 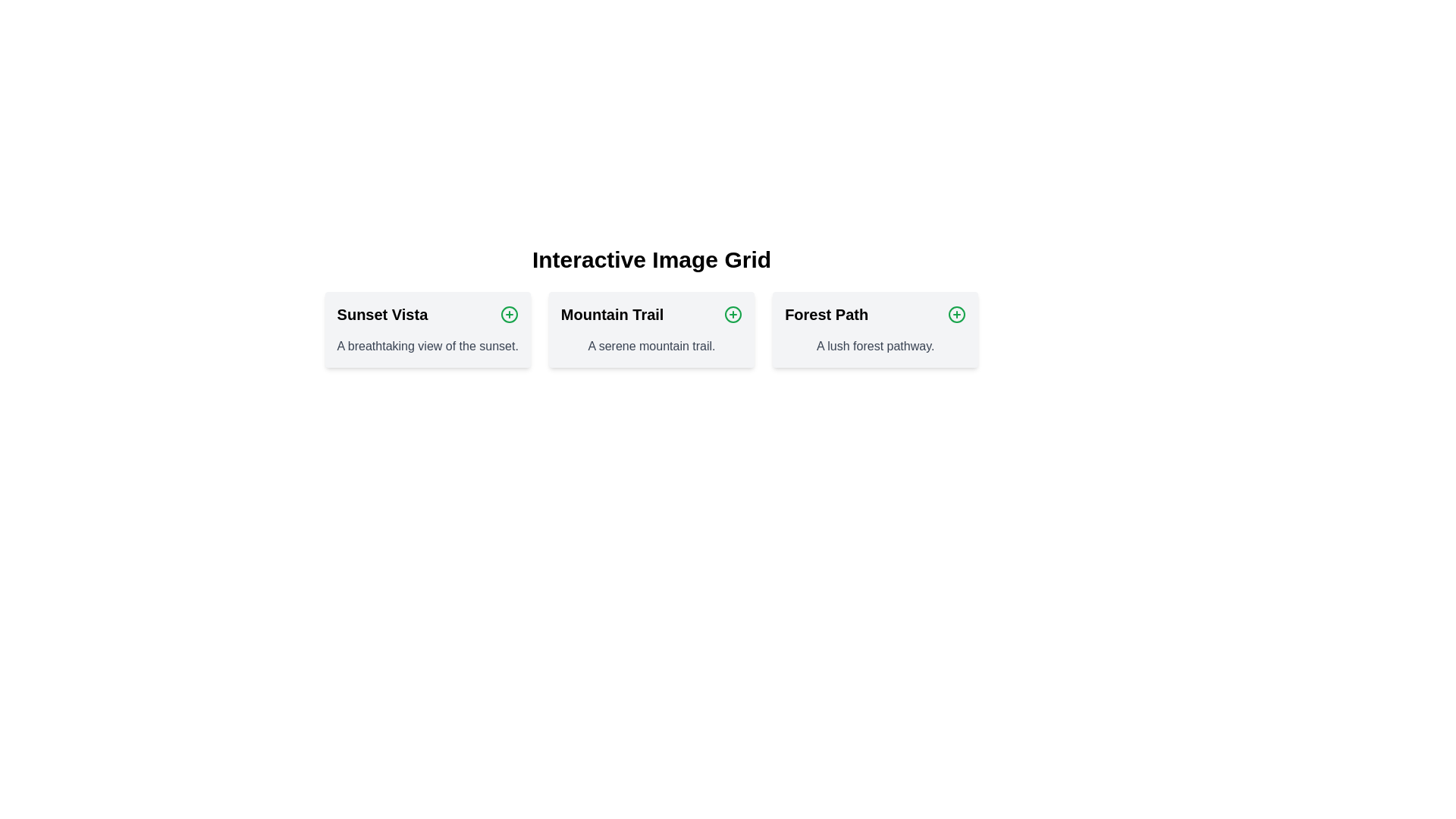 What do you see at coordinates (651, 314) in the screenshot?
I see `the 'Mountain Trail' text label located at the top of the middle card in a three-card layout, which is adjacent to a small circular icon` at bounding box center [651, 314].